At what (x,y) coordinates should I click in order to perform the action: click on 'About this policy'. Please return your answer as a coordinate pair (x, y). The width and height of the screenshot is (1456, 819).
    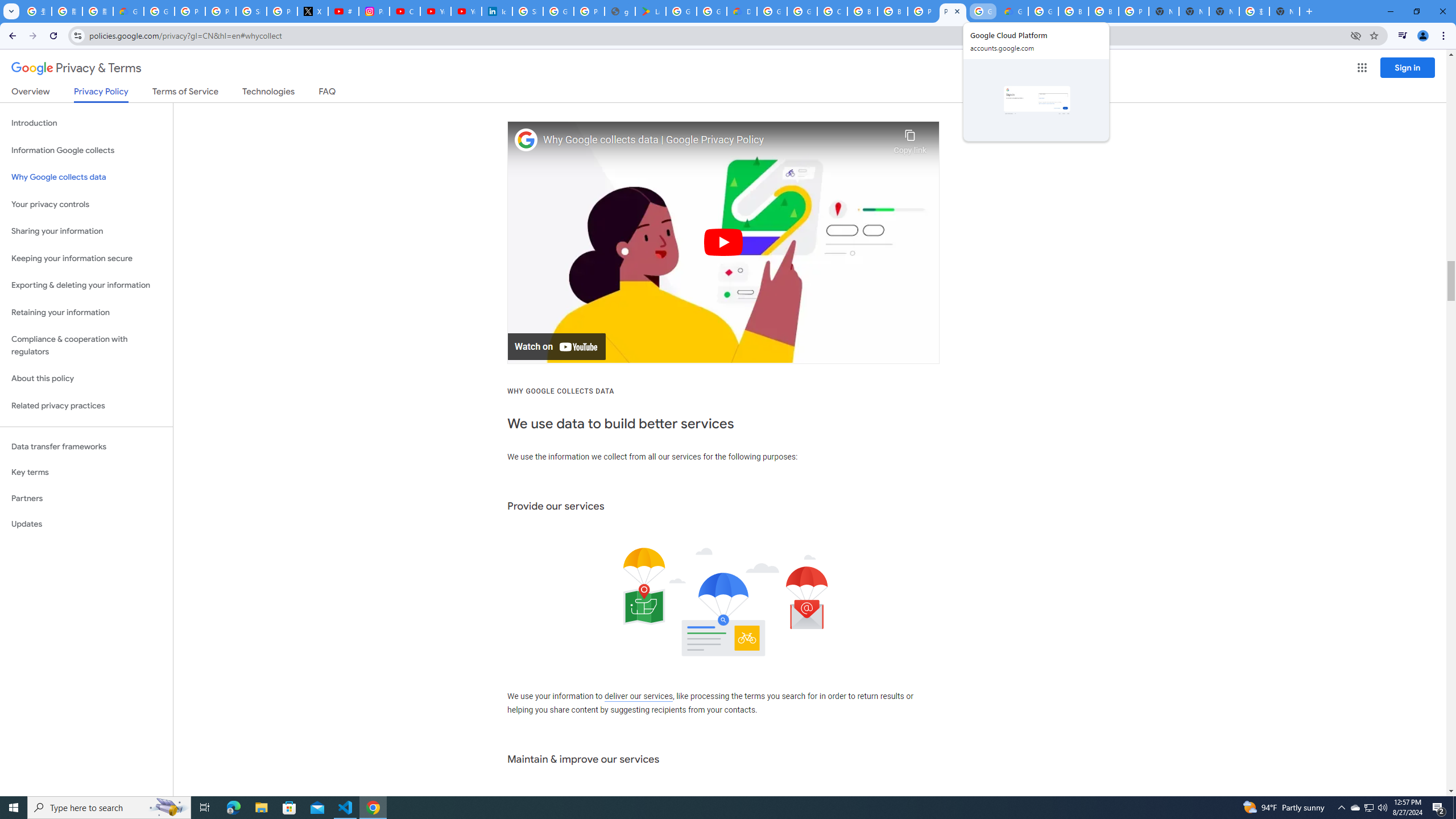
    Looking at the image, I should click on (86, 379).